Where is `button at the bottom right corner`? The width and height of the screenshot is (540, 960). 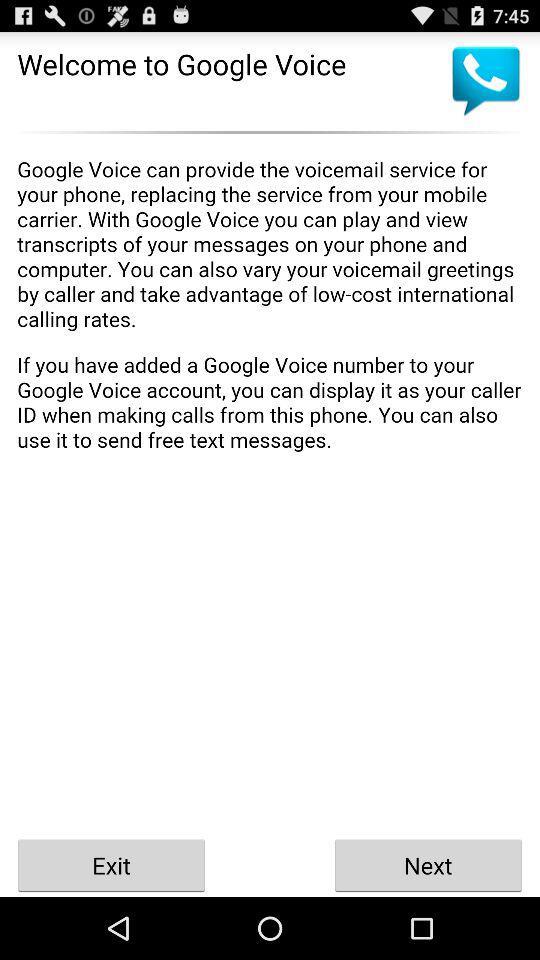
button at the bottom right corner is located at coordinates (427, 864).